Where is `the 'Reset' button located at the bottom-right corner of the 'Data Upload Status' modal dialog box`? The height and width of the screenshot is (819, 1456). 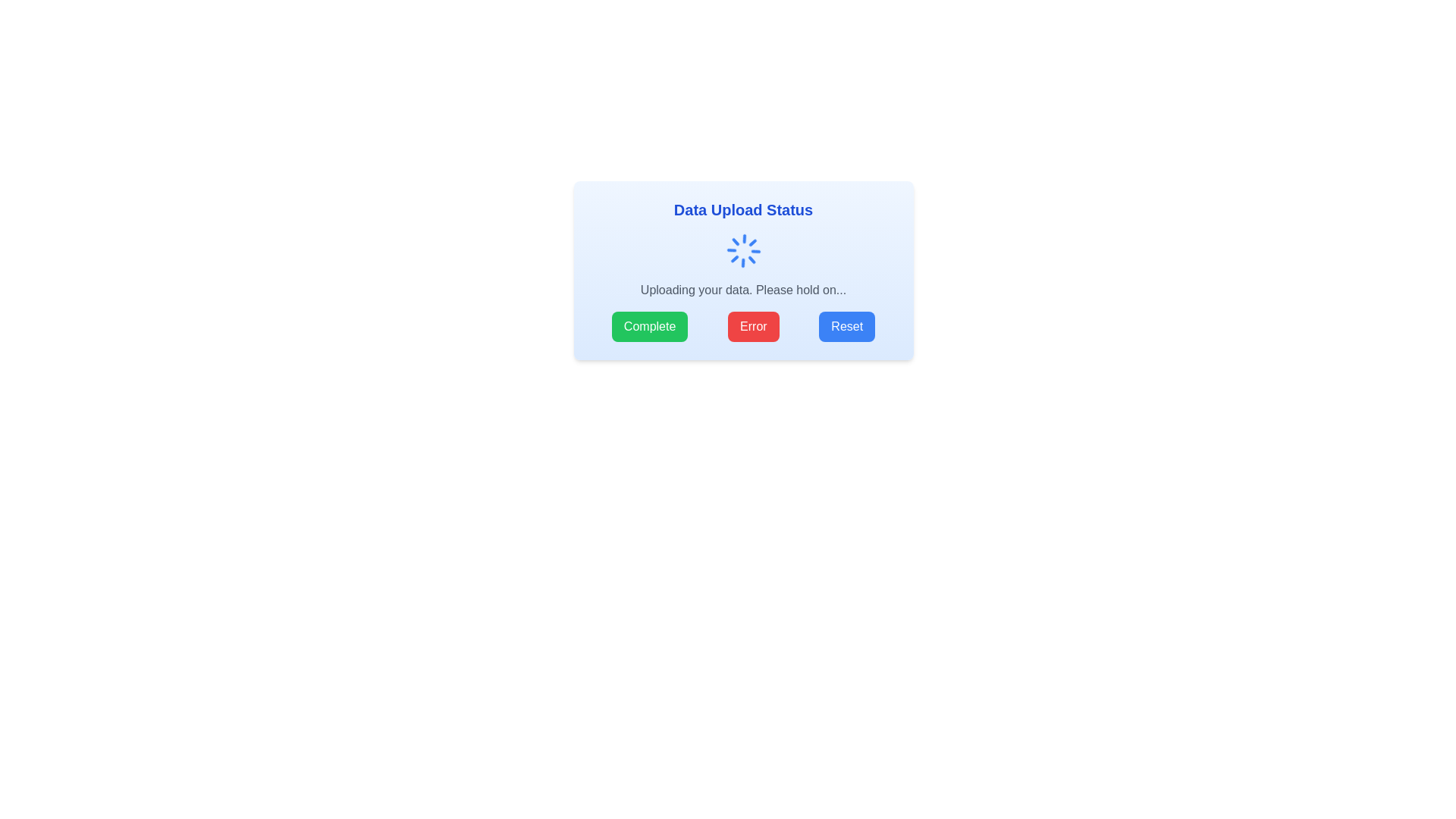 the 'Reset' button located at the bottom-right corner of the 'Data Upload Status' modal dialog box is located at coordinates (846, 326).